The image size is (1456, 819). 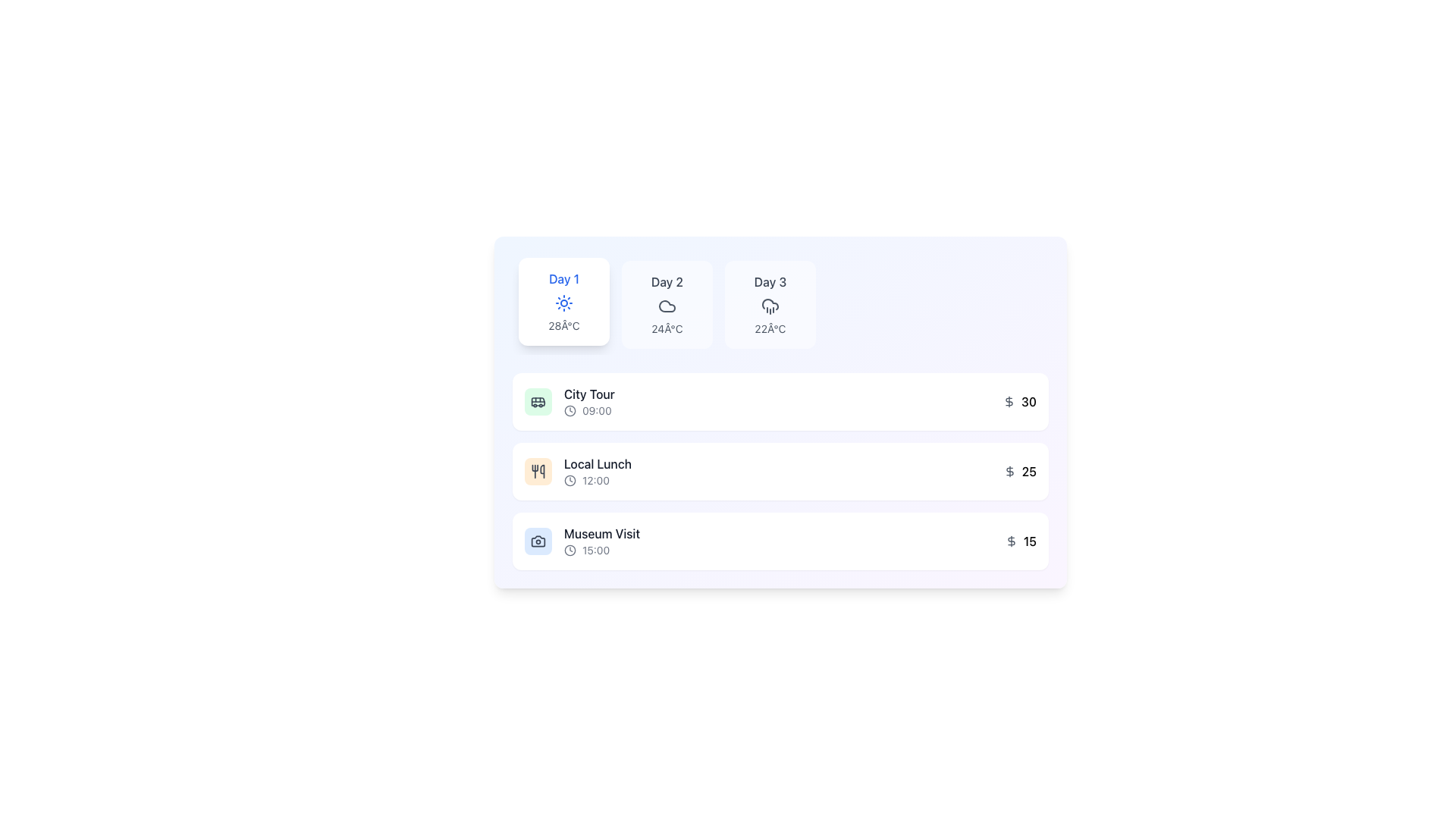 What do you see at coordinates (595, 480) in the screenshot?
I see `the text displaying the time '12:00' which is in gray color and located next to the clock icon in the event titled 'Local Lunch'` at bounding box center [595, 480].